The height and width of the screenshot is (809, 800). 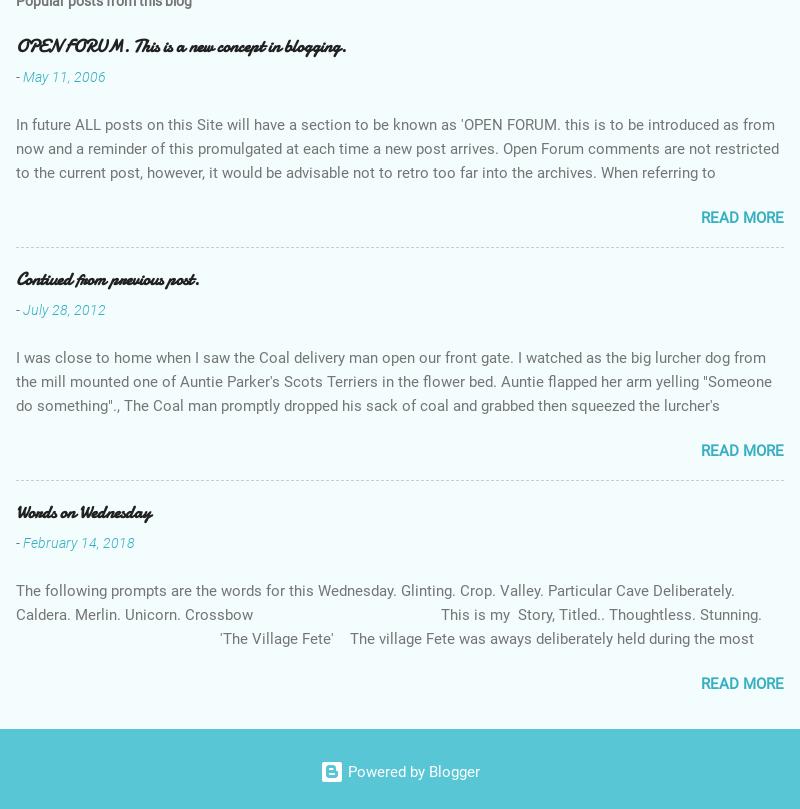 I want to click on 'Words on Wednesday', so click(x=83, y=510).